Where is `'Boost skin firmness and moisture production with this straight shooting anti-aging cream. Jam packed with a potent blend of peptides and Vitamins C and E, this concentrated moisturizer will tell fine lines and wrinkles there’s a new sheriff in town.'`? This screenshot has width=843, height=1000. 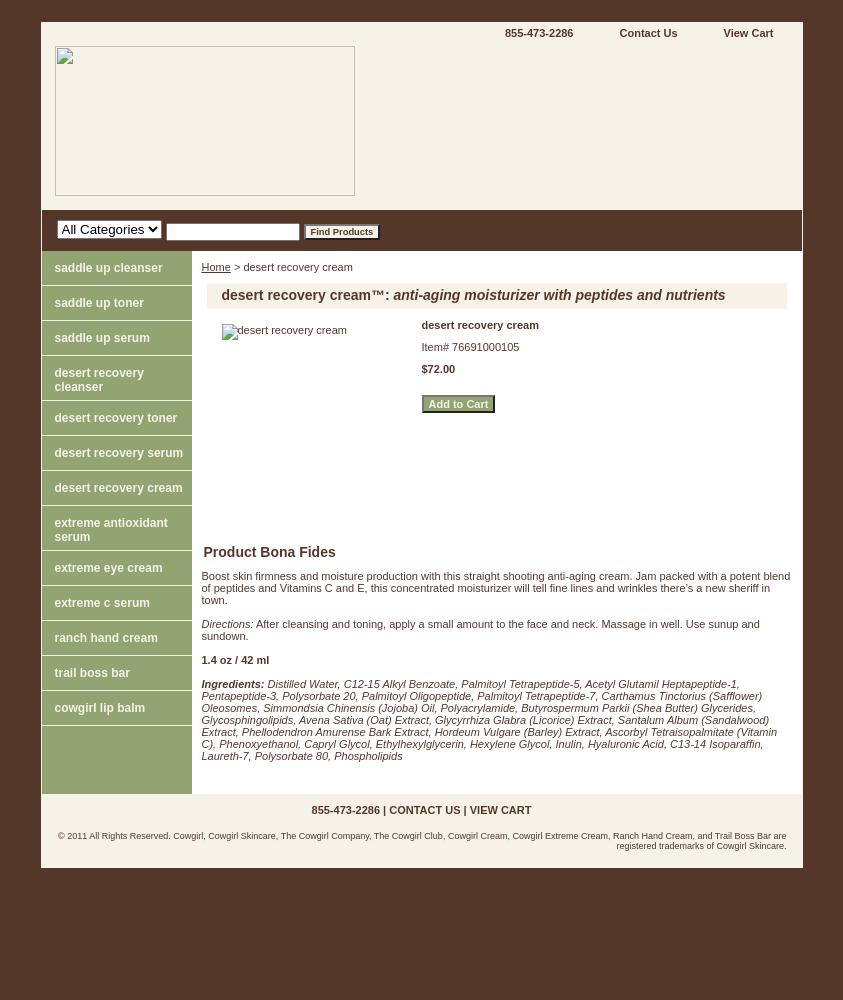
'Boost skin firmness and moisture production with this straight shooting anti-aging cream. Jam packed with a potent blend of peptides and Vitamins C and E, this concentrated moisturizer will tell fine lines and wrinkles there’s a new sheriff in town.' is located at coordinates (495, 586).